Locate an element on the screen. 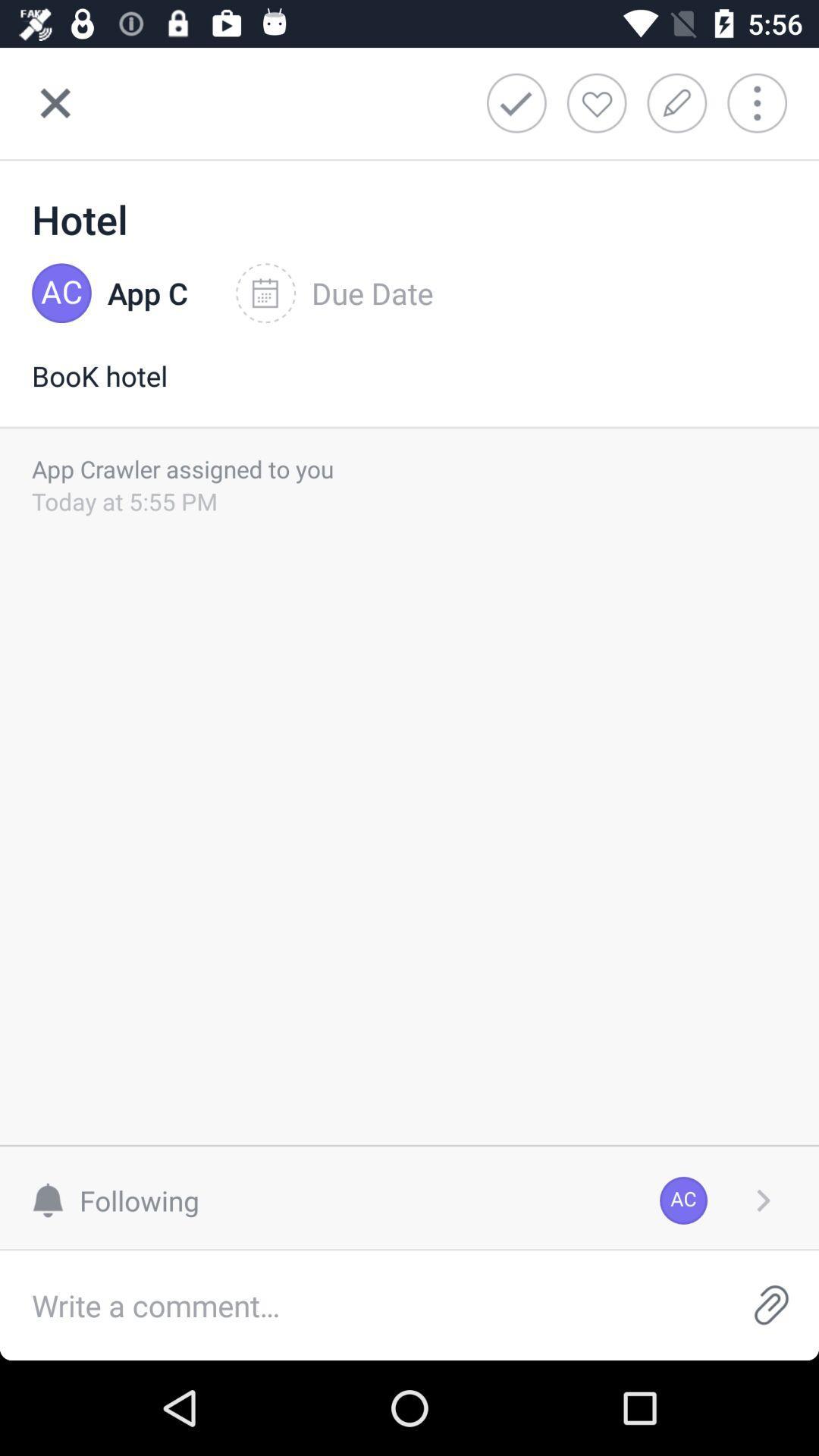 This screenshot has height=1456, width=819. the item next to ac is located at coordinates (763, 1200).